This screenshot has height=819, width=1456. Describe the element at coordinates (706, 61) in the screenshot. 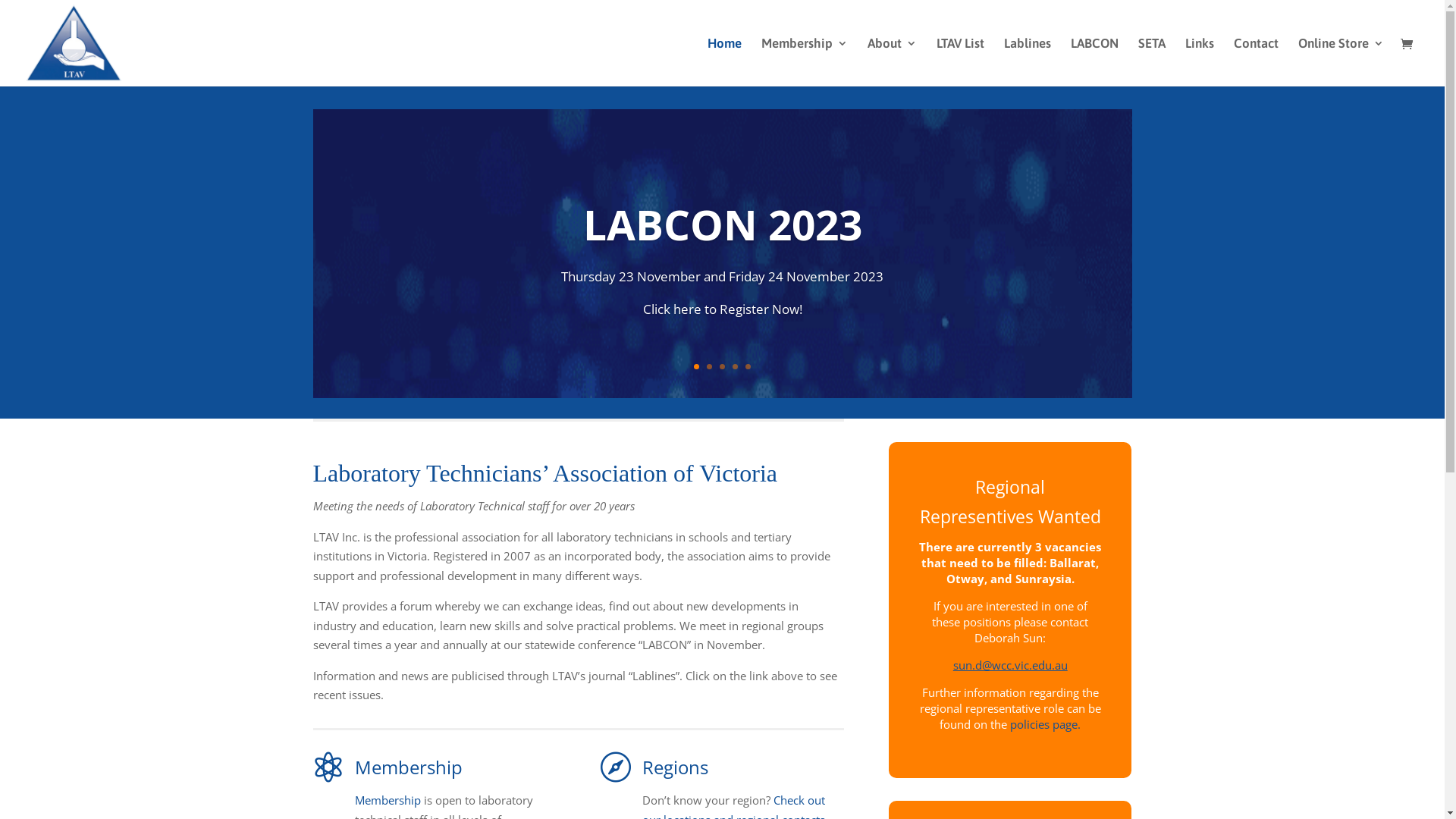

I see `'Home'` at that location.